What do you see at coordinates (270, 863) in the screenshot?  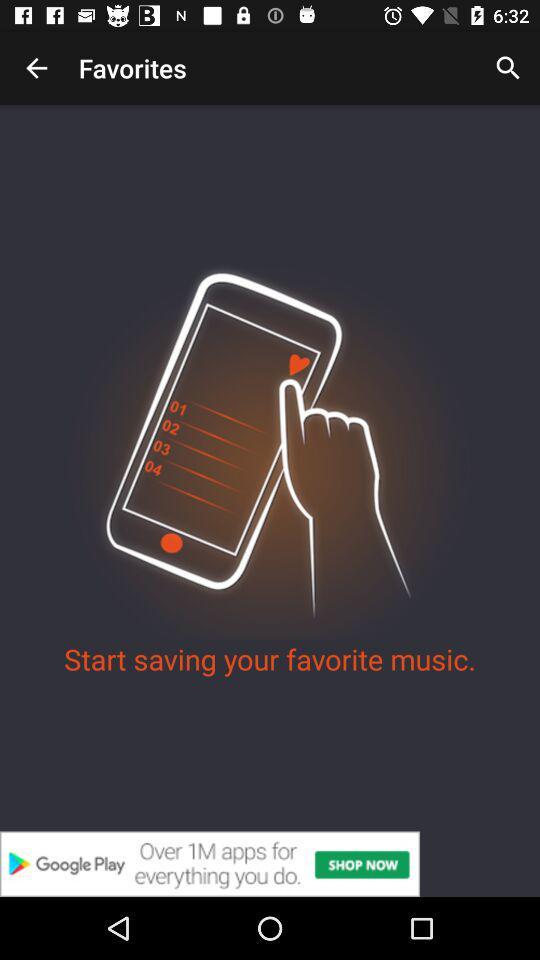 I see `the advertisement` at bounding box center [270, 863].